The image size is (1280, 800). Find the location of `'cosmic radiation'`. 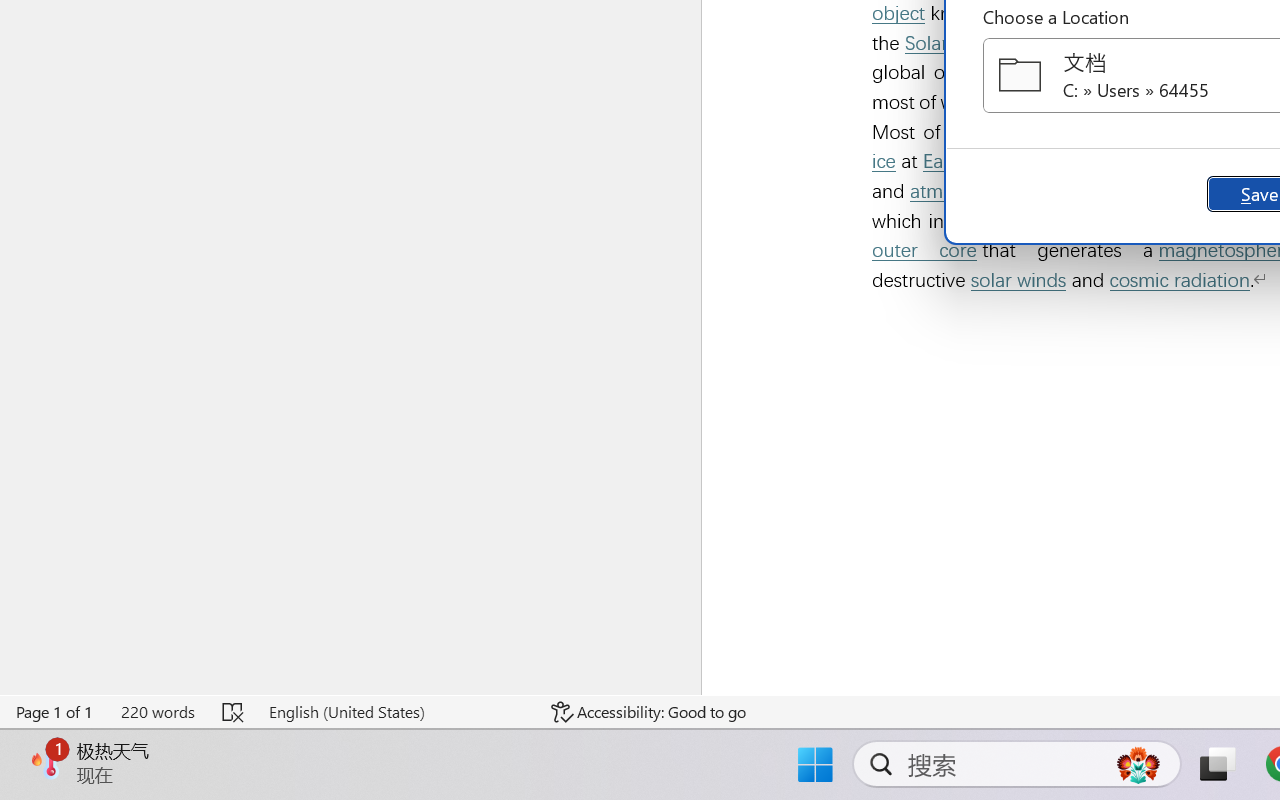

'cosmic radiation' is located at coordinates (1180, 280).